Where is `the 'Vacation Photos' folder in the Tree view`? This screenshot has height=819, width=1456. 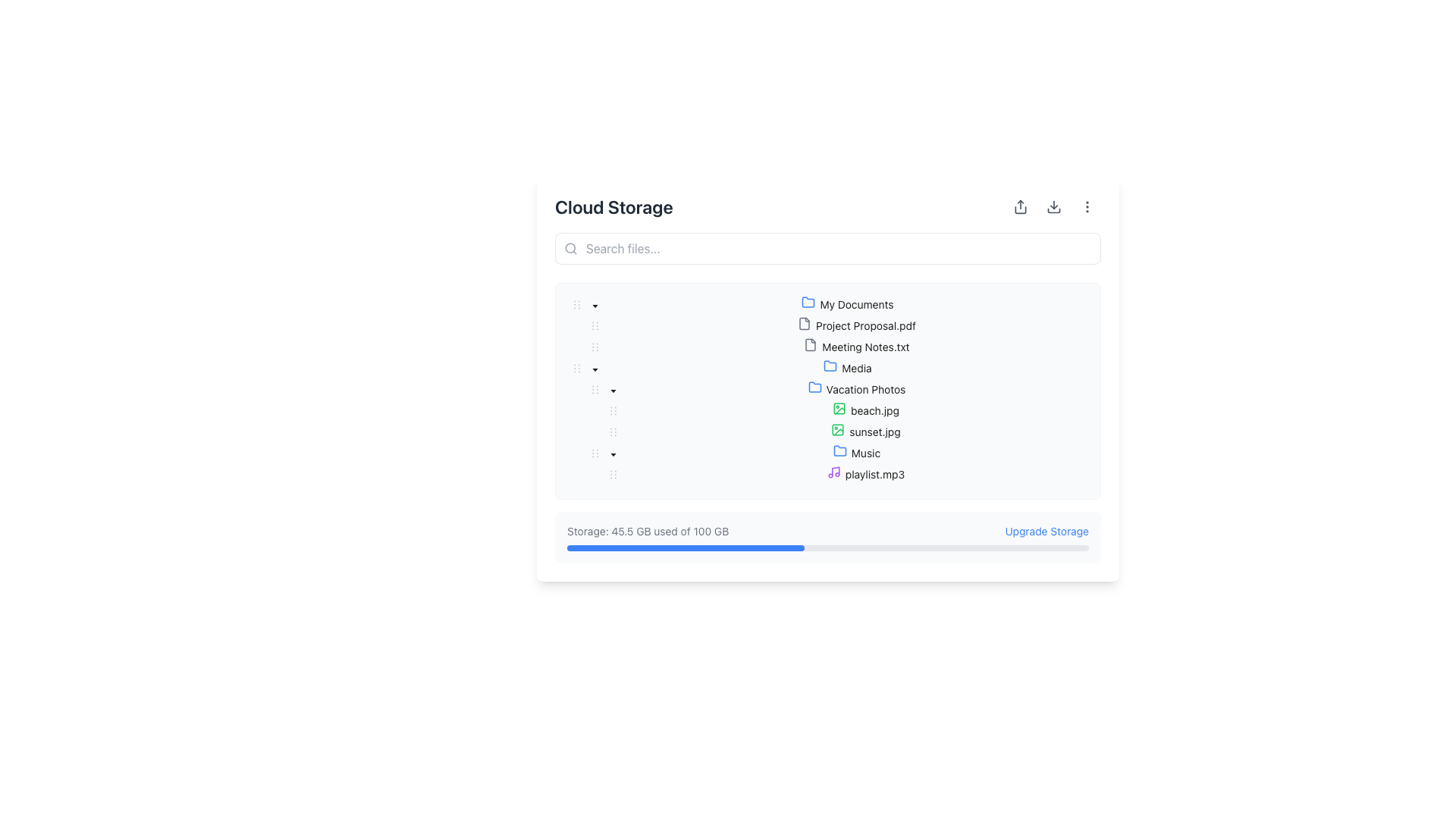 the 'Vacation Photos' folder in the Tree view is located at coordinates (856, 388).